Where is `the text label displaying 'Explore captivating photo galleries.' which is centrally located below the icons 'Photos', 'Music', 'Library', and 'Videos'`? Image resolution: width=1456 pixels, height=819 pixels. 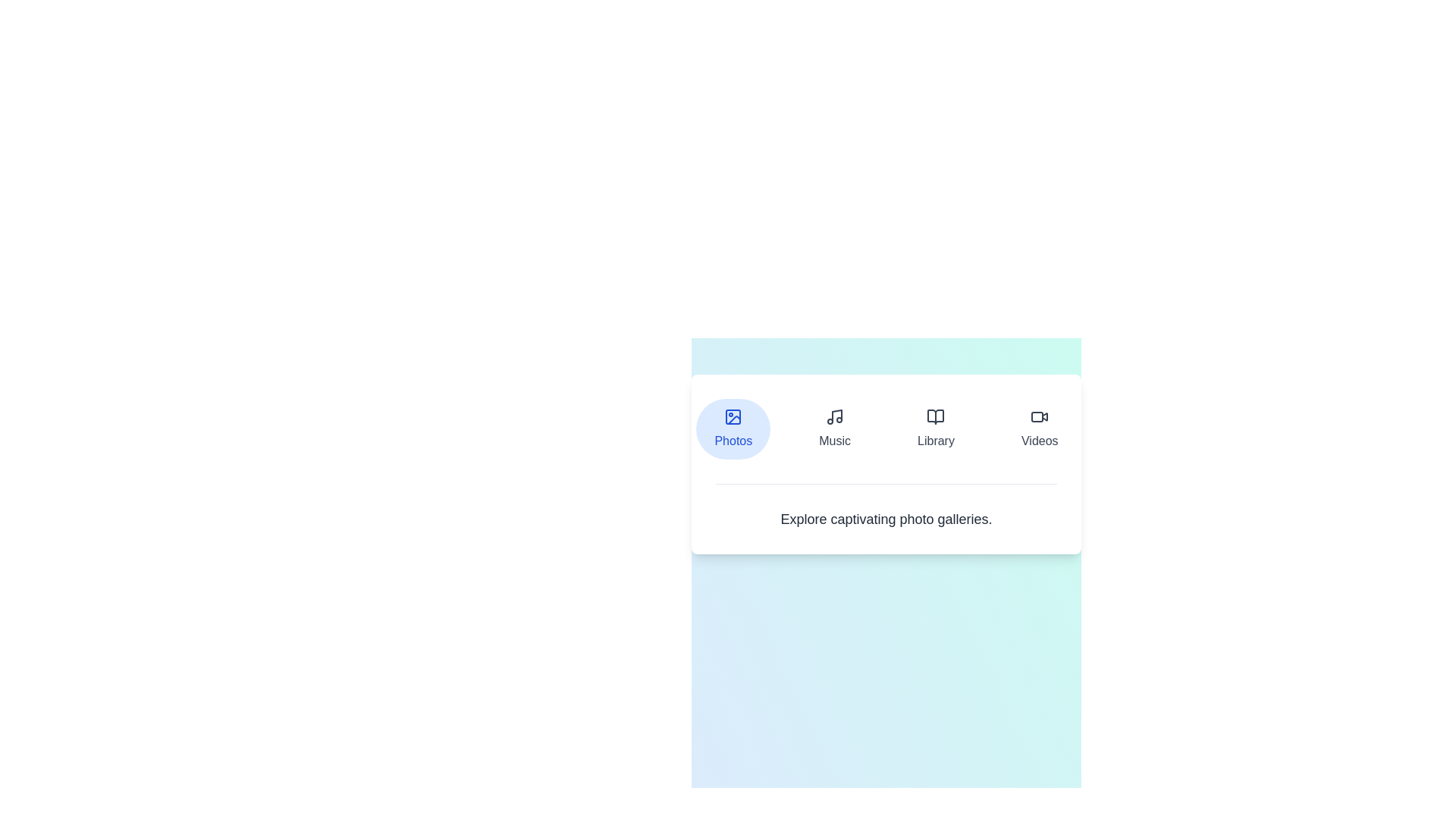
the text label displaying 'Explore captivating photo galleries.' which is centrally located below the icons 'Photos', 'Music', 'Library', and 'Videos' is located at coordinates (886, 519).